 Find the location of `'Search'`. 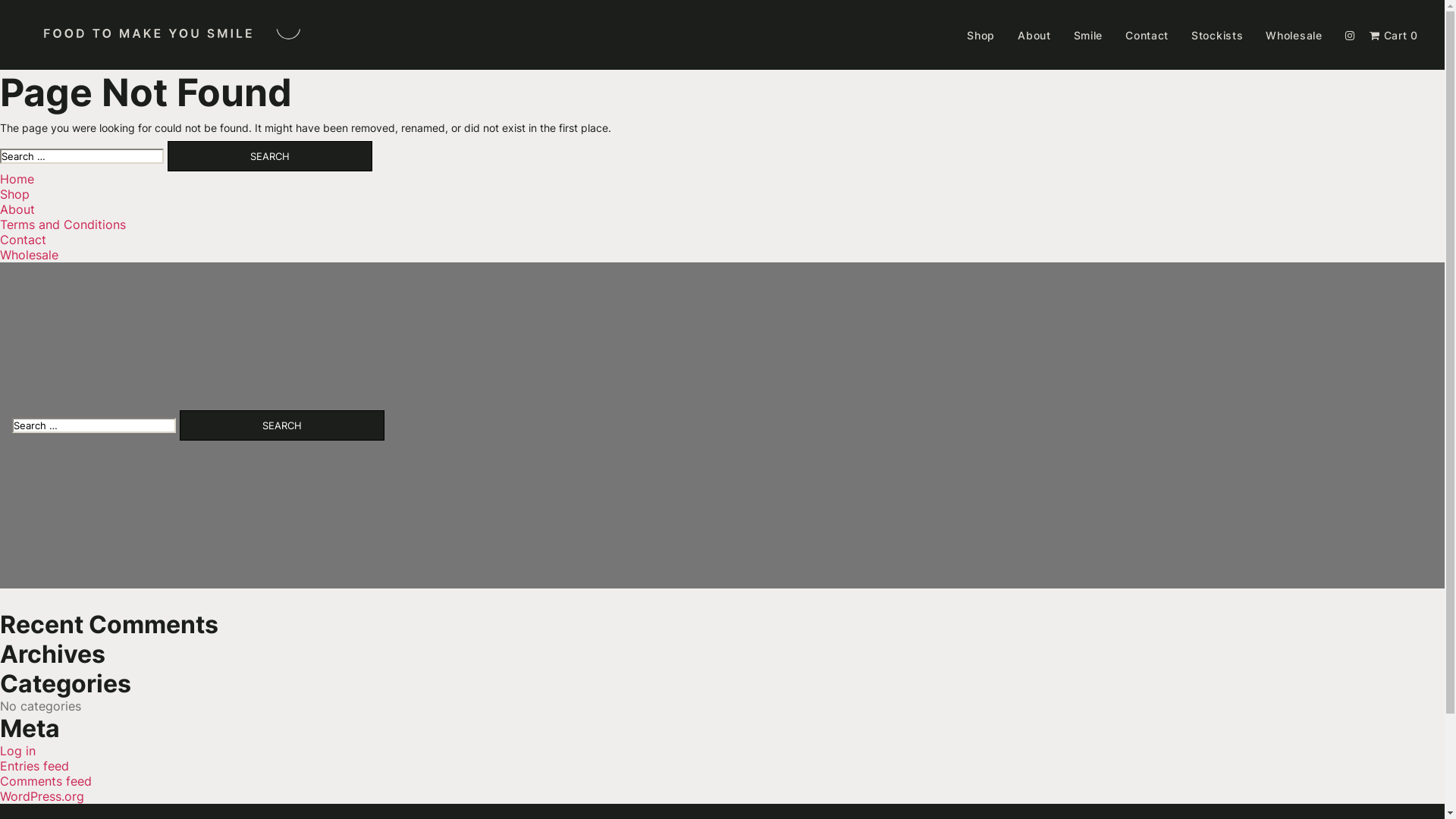

'Search' is located at coordinates (179, 425).